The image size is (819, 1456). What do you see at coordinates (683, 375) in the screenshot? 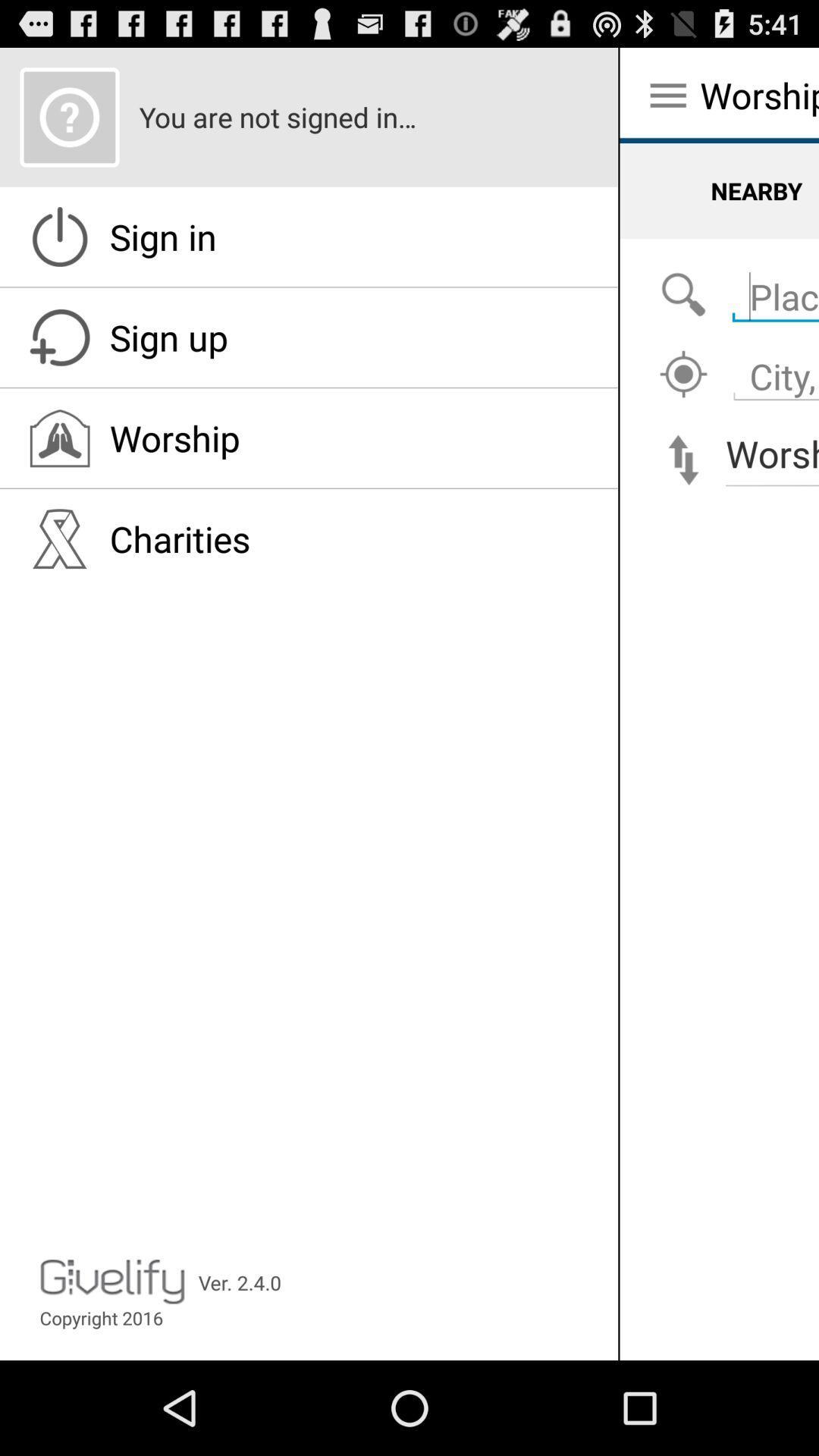
I see `location city` at bounding box center [683, 375].